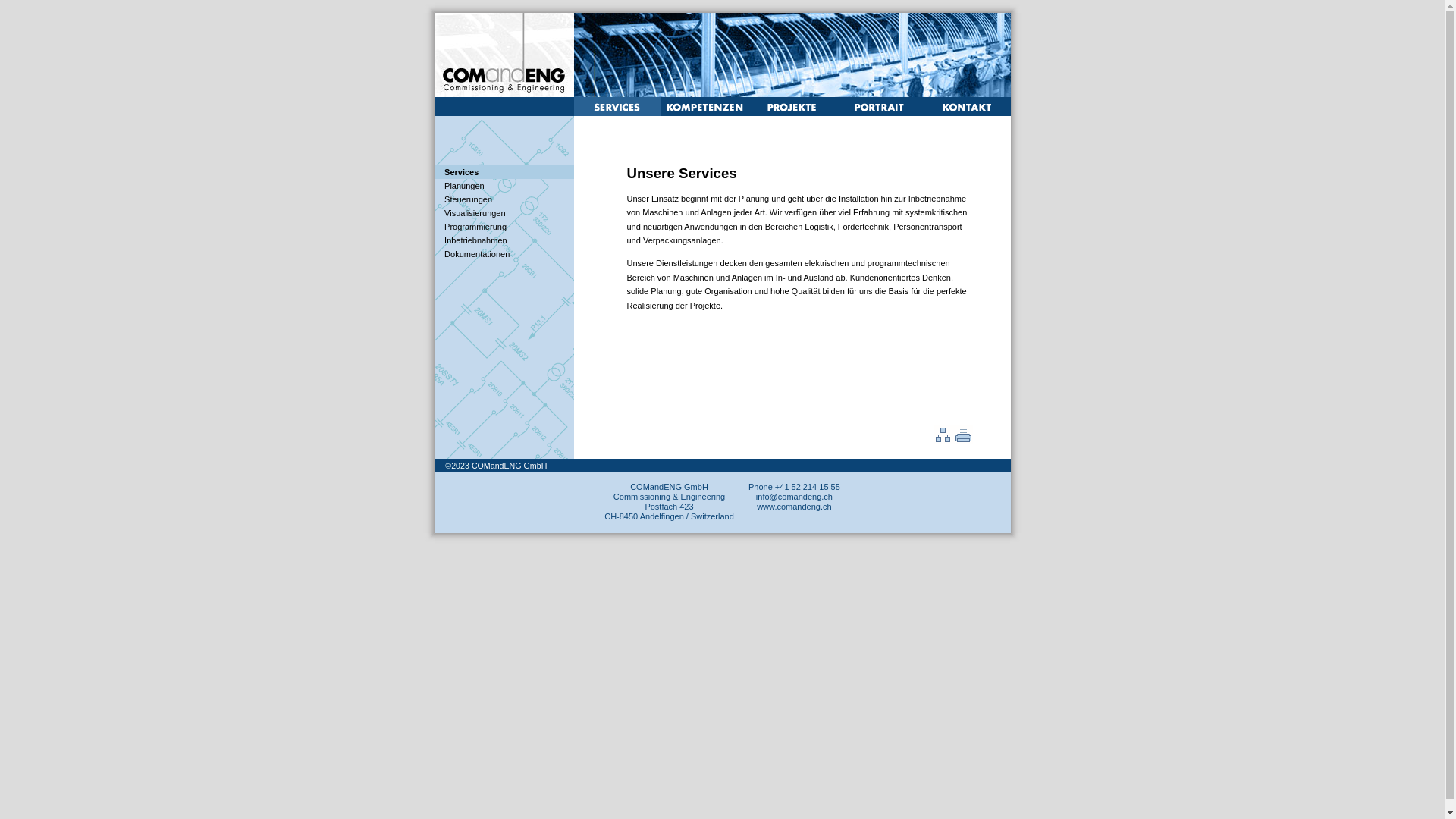 The height and width of the screenshot is (819, 1456). What do you see at coordinates (474, 213) in the screenshot?
I see `'Visualisierungen'` at bounding box center [474, 213].